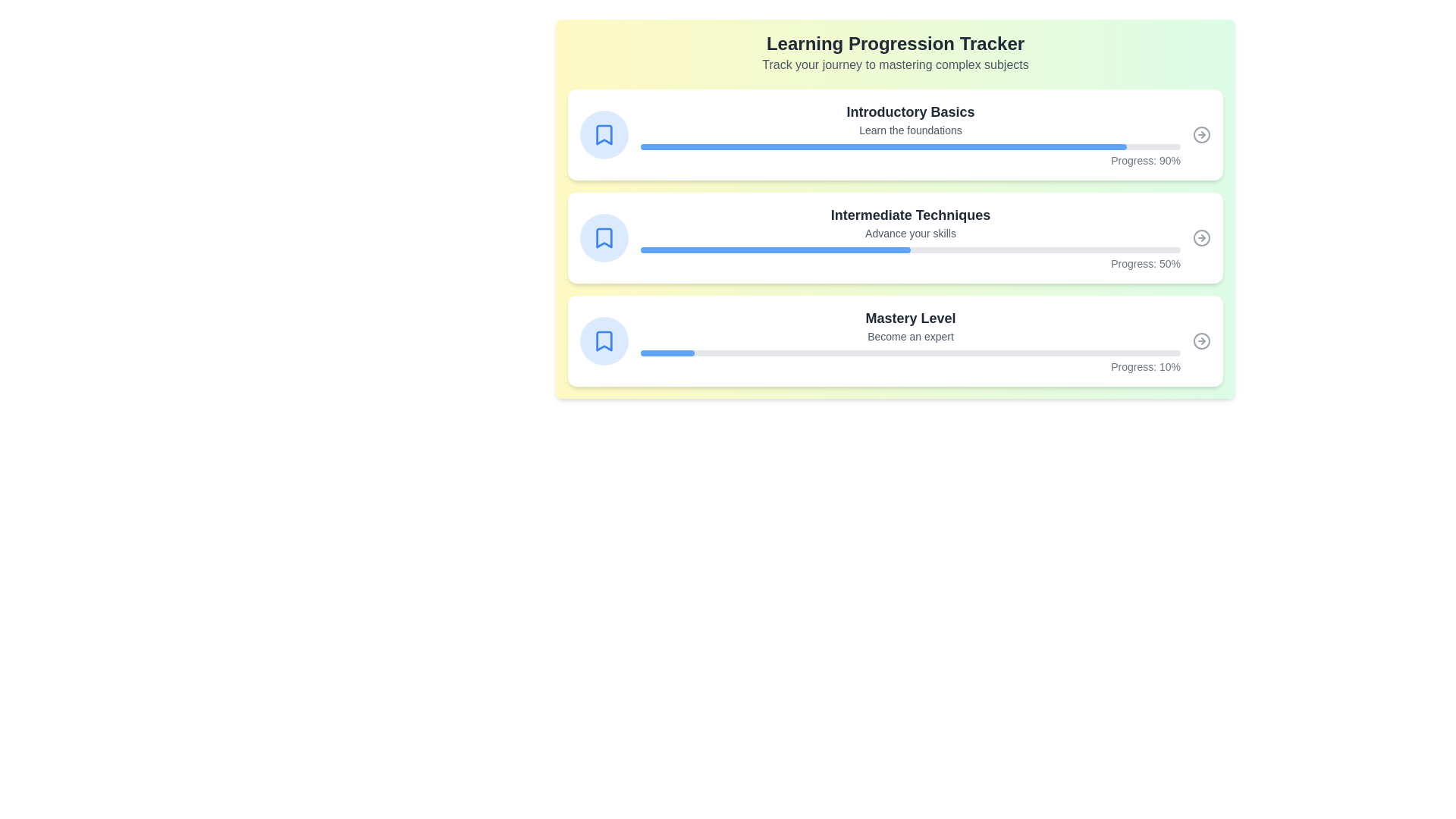 Image resolution: width=1456 pixels, height=819 pixels. I want to click on the blue progress bar that visually represents approximately 50% progress, located within the 'Intermediate Techniques' sectional card, so click(775, 249).